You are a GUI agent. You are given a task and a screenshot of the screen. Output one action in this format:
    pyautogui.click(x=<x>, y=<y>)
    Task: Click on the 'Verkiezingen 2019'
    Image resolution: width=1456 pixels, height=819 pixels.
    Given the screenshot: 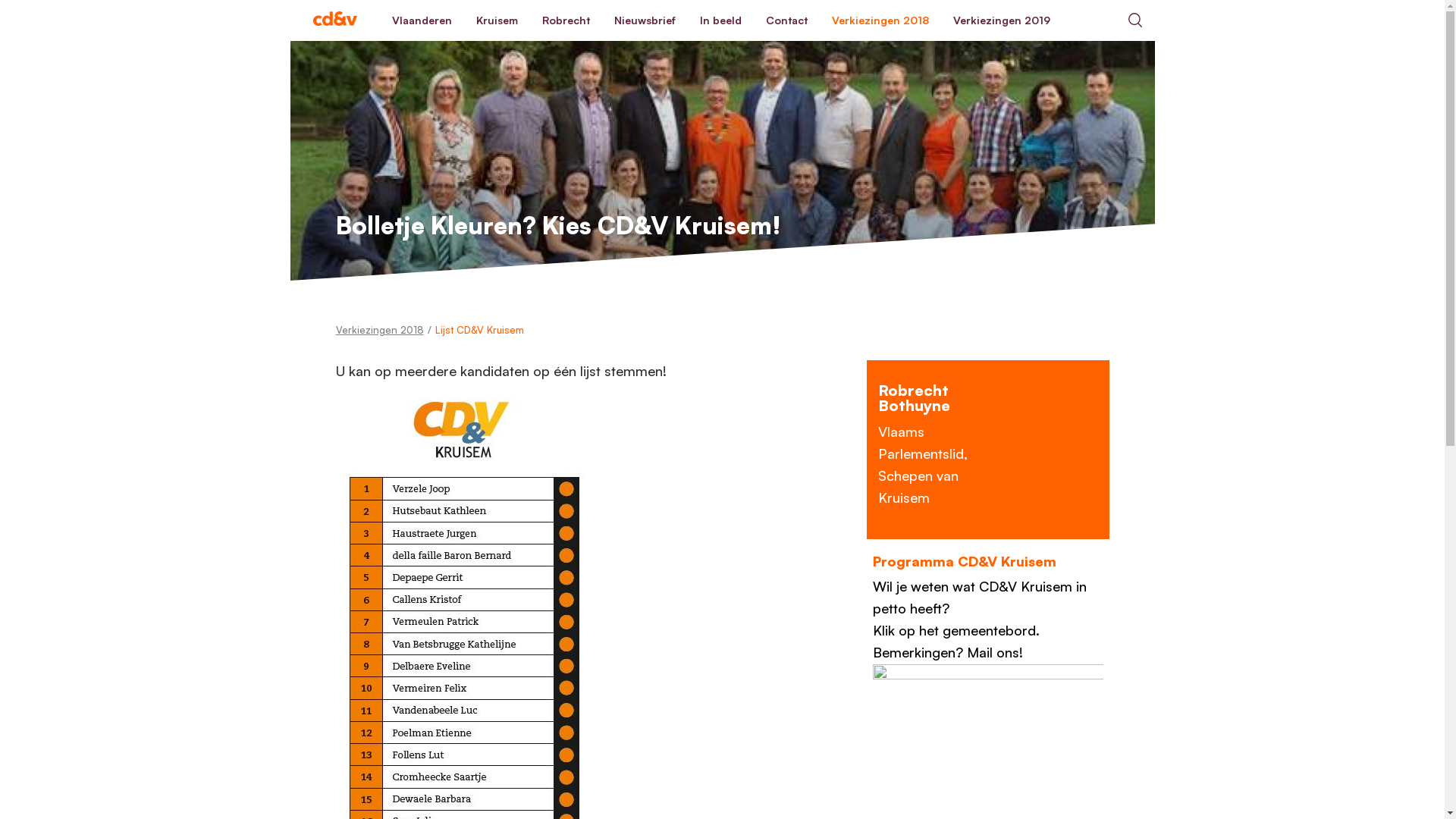 What is the action you would take?
    pyautogui.click(x=1001, y=20)
    